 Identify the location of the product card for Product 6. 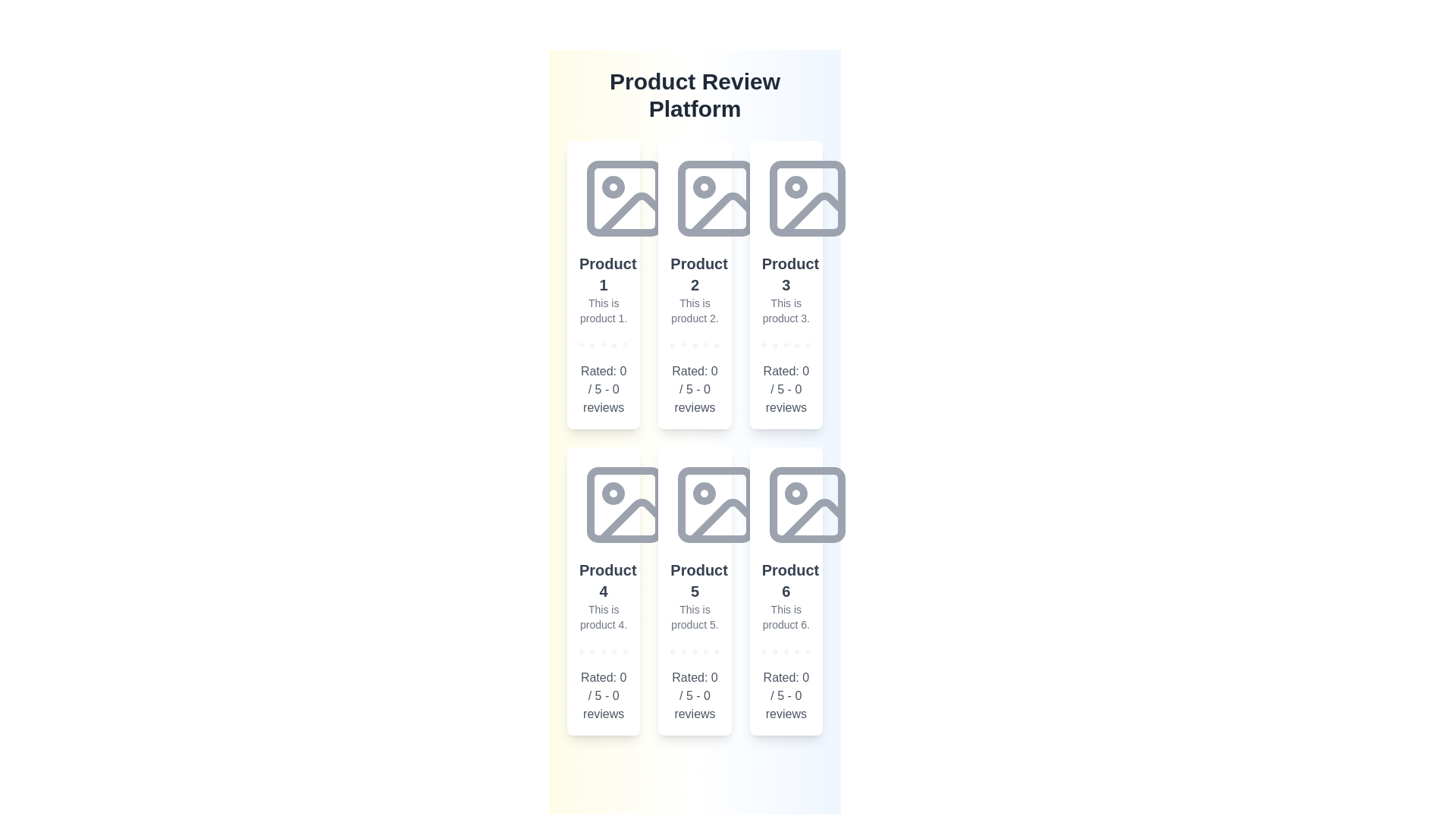
(786, 590).